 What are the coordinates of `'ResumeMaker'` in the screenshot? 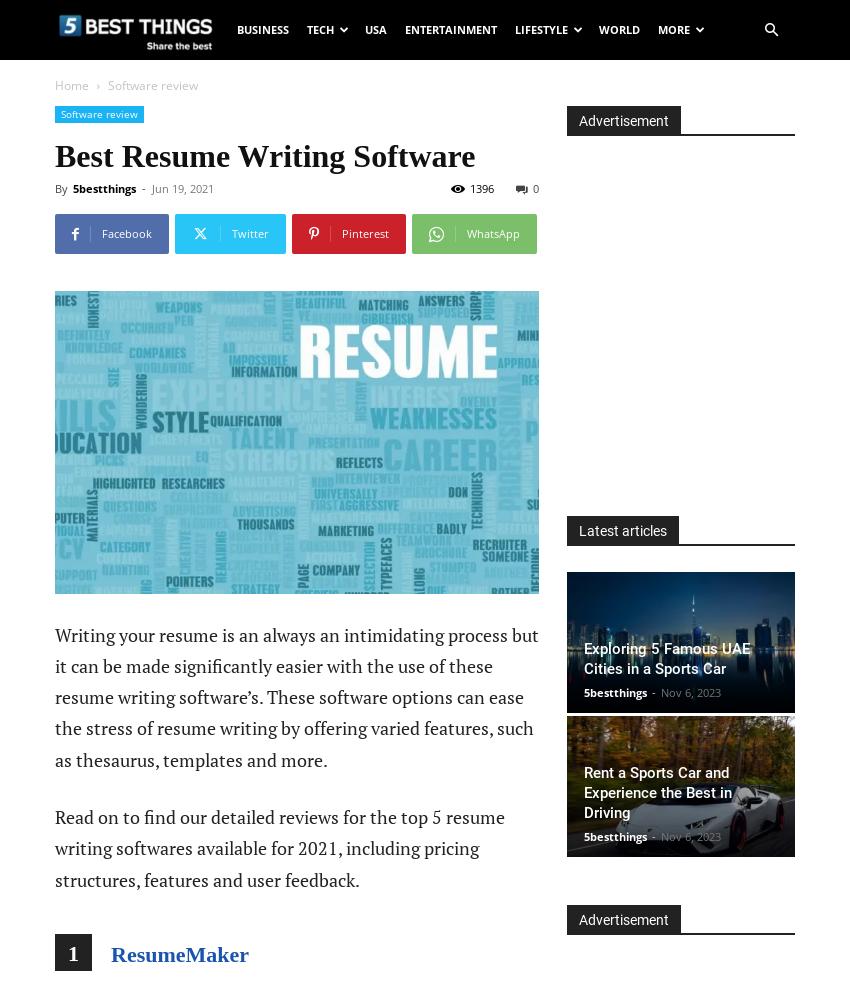 It's located at (179, 954).